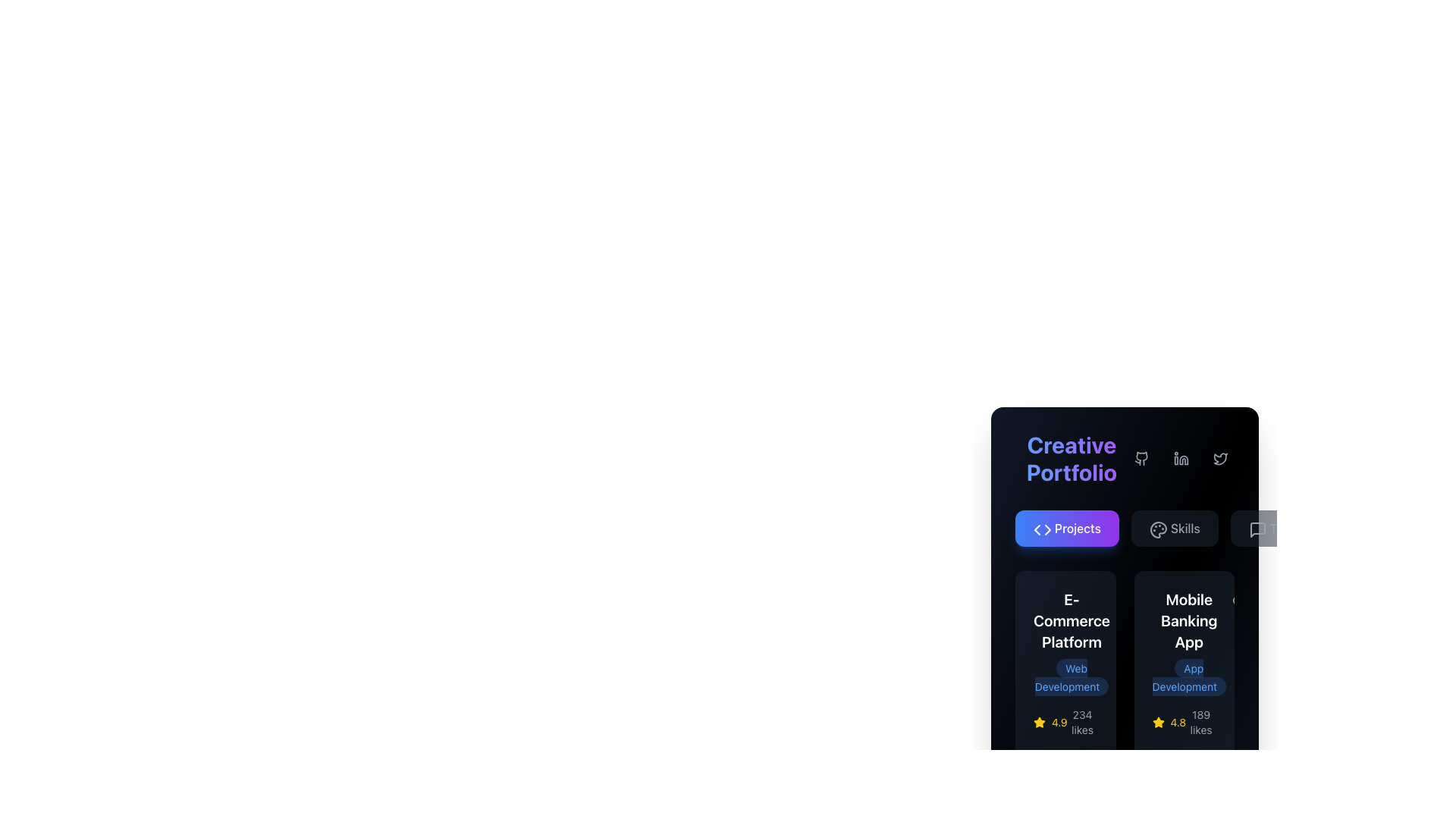  Describe the element at coordinates (1050, 721) in the screenshot. I see `rating displayed on the Label with an icon located at the bottom left of the card, which shows the item's rating score` at that location.